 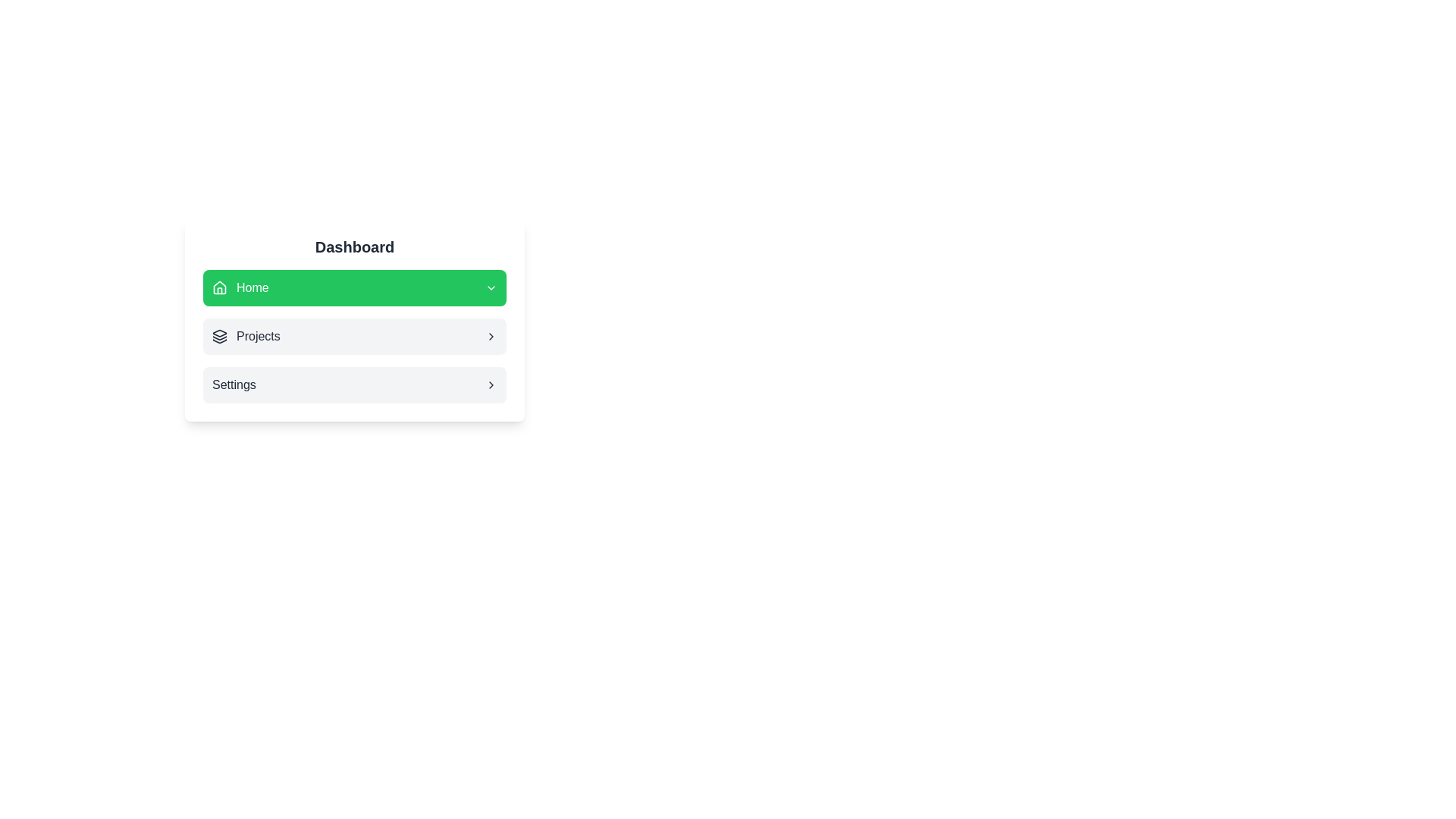 I want to click on the 'Projects' button in the menu, so click(x=353, y=335).